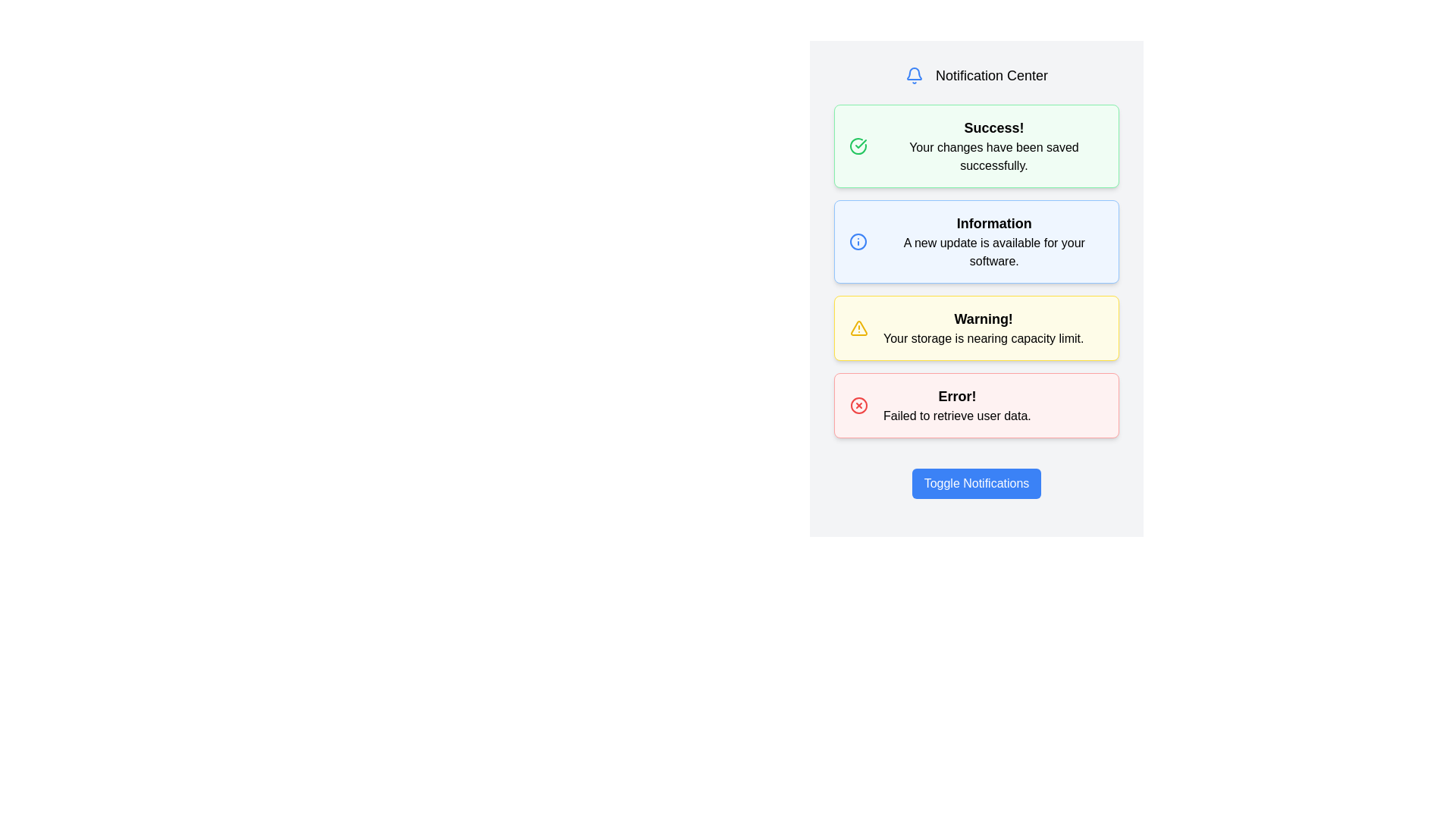  I want to click on the text display element that shows update availability notifications, located below the title 'Information' in the light blue notification card, so click(994, 251).